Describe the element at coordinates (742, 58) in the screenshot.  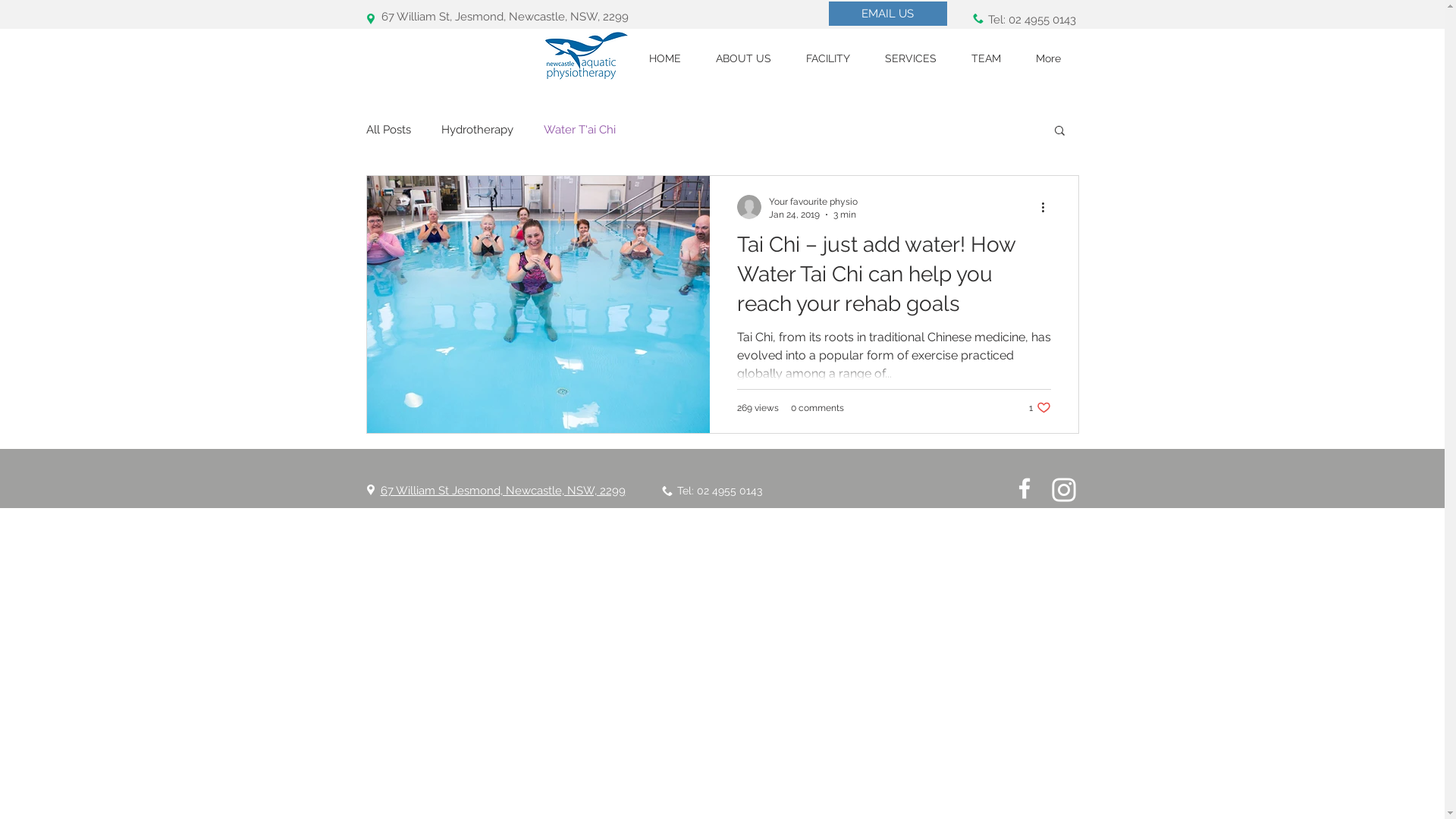
I see `'ABOUT US'` at that location.